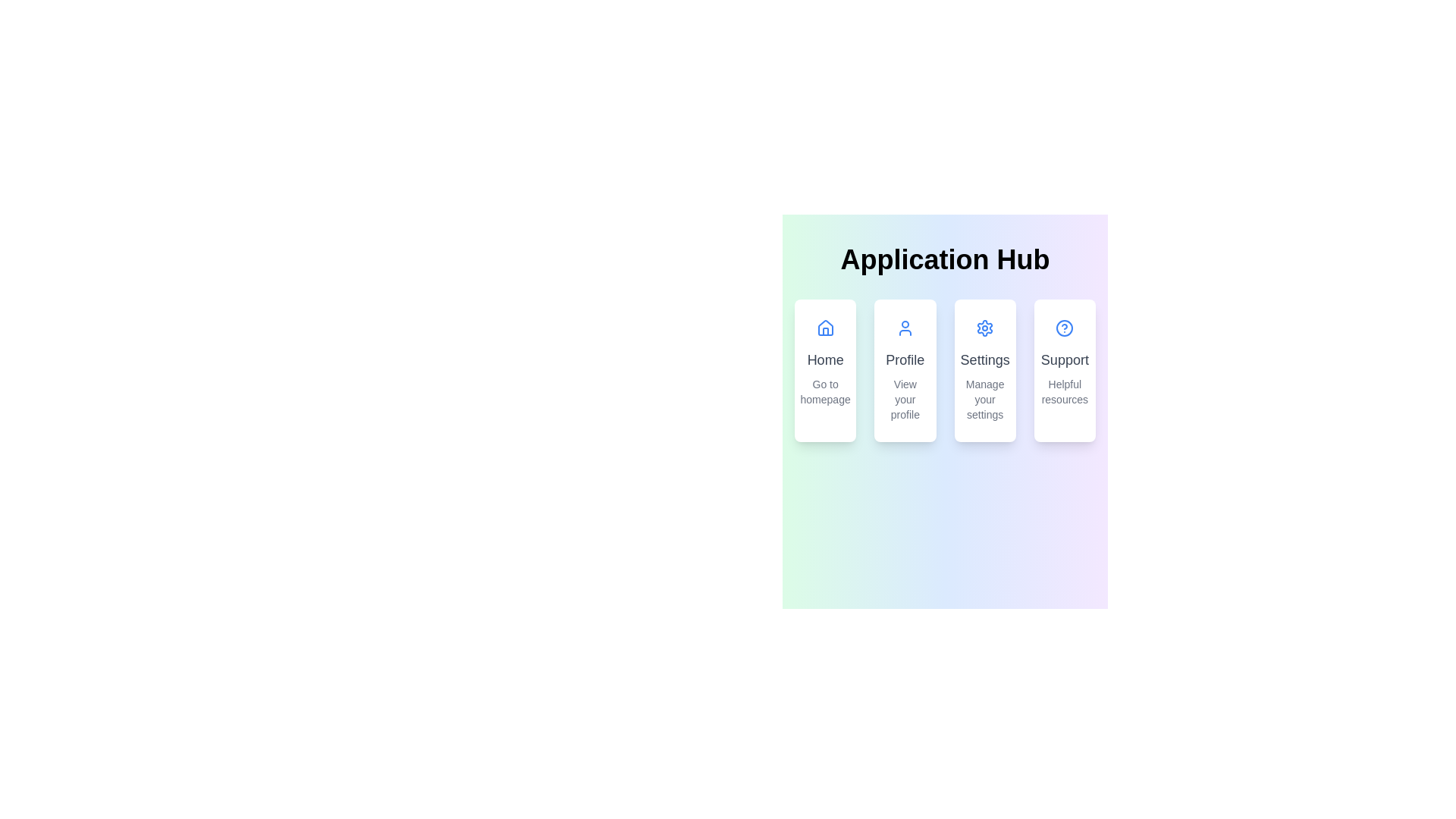  Describe the element at coordinates (824, 359) in the screenshot. I see `the text label displaying 'Home', which is styled in gray and positioned between an icon and descriptive text in the first card of a series of cards` at that location.